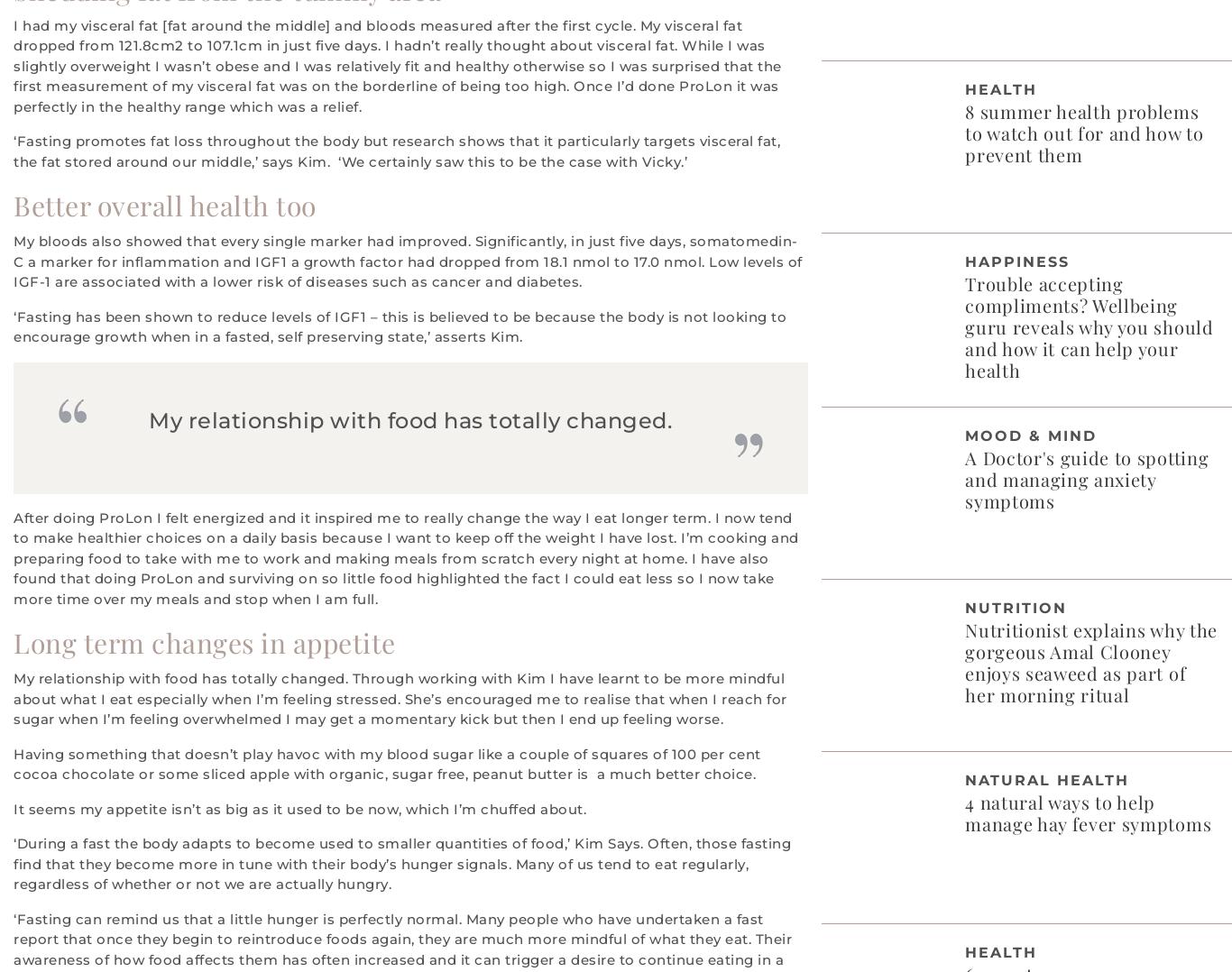 The image size is (1232, 972). I want to click on 'I had my visceral fat [fat around the middle] and bloods measured after the first cycle. My visceral fat dropped from 121.8cm2 to 107.1cm in just five days. I hadn’t really thought about visceral fat. While I was slightly overweight I wasn’t obese and I was relatively fit and healthy otherwise so I was surprised that the first measurement of my visceral fat was on the borderline of being too high. Once I’d done ProLon it was perfectly in the healthy range which was a relief.', so click(14, 65).